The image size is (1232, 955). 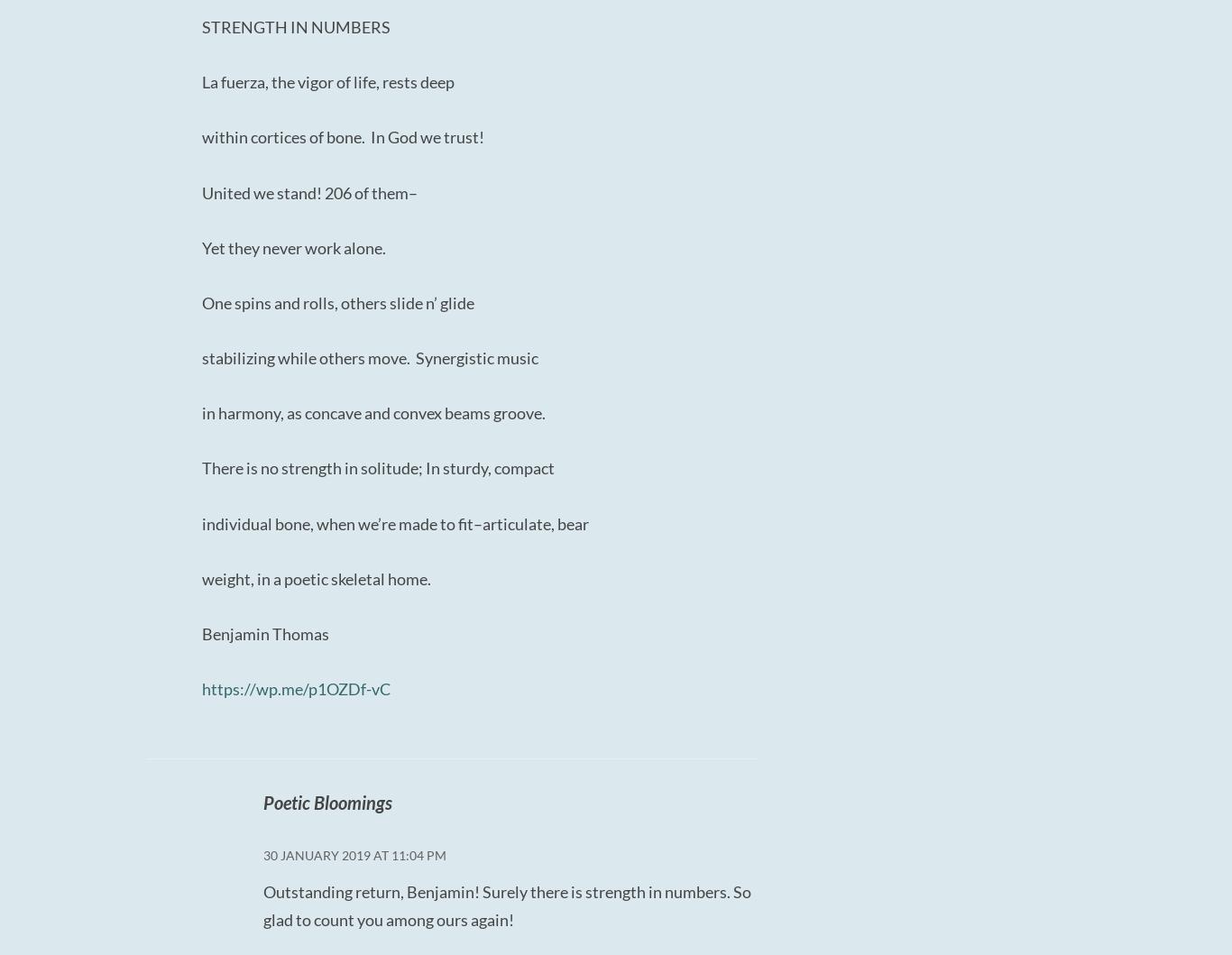 I want to click on 'La fuerza, the vigor of life, rests deep', so click(x=327, y=81).